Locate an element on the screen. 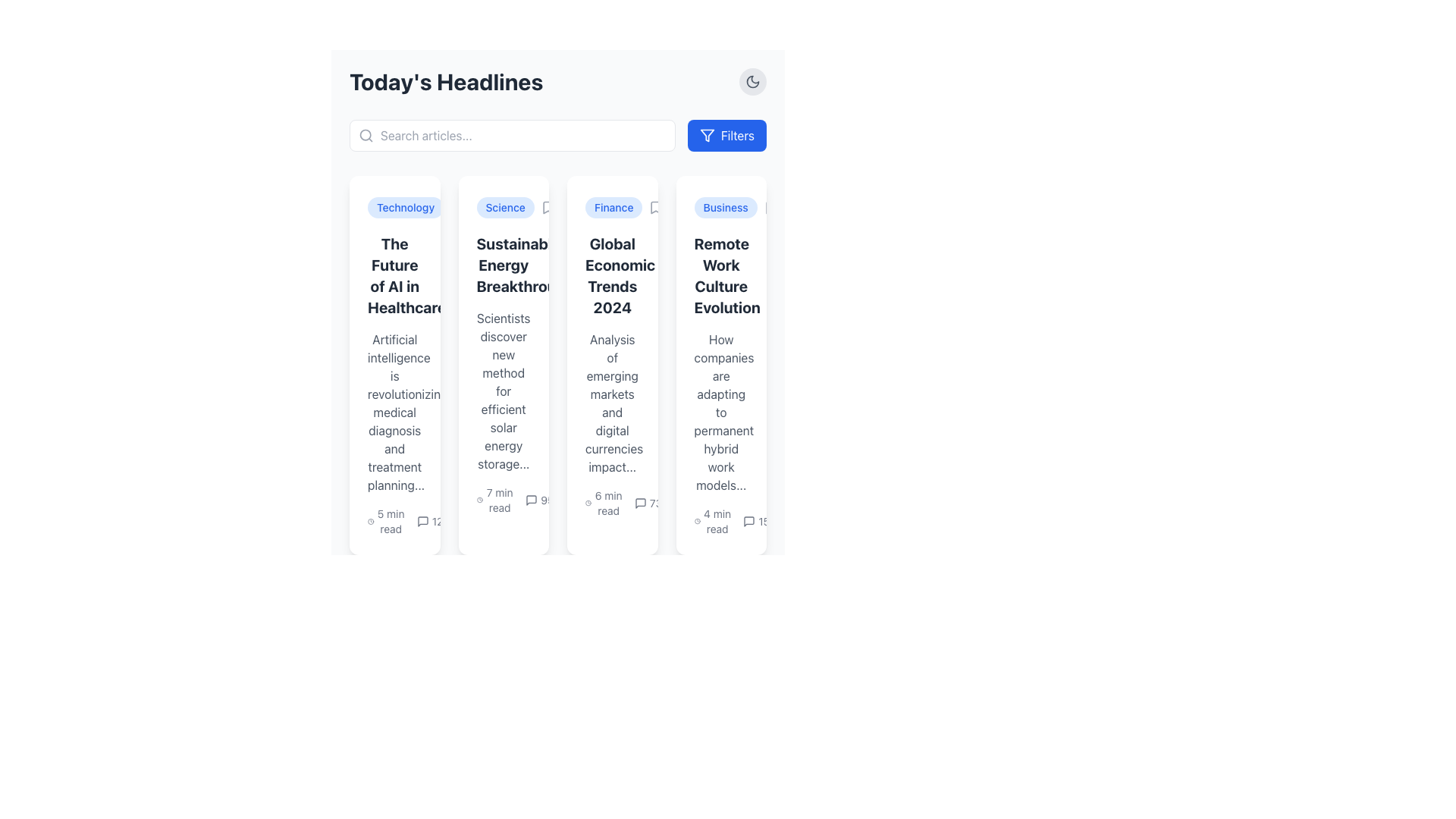  the speech bubble icon indicating comments, located next to the numeric indicator '73' in the third card titled 'Global Economic Trends 2024' is located at coordinates (640, 503).